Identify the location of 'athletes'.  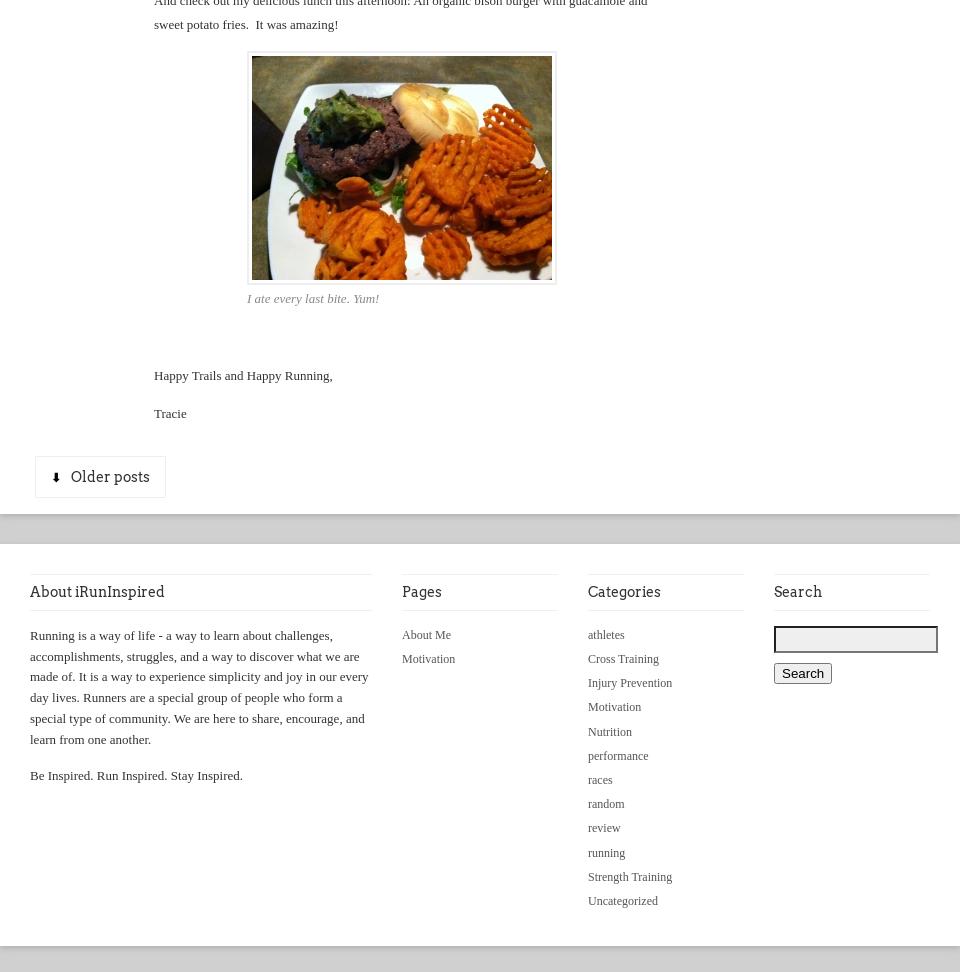
(605, 634).